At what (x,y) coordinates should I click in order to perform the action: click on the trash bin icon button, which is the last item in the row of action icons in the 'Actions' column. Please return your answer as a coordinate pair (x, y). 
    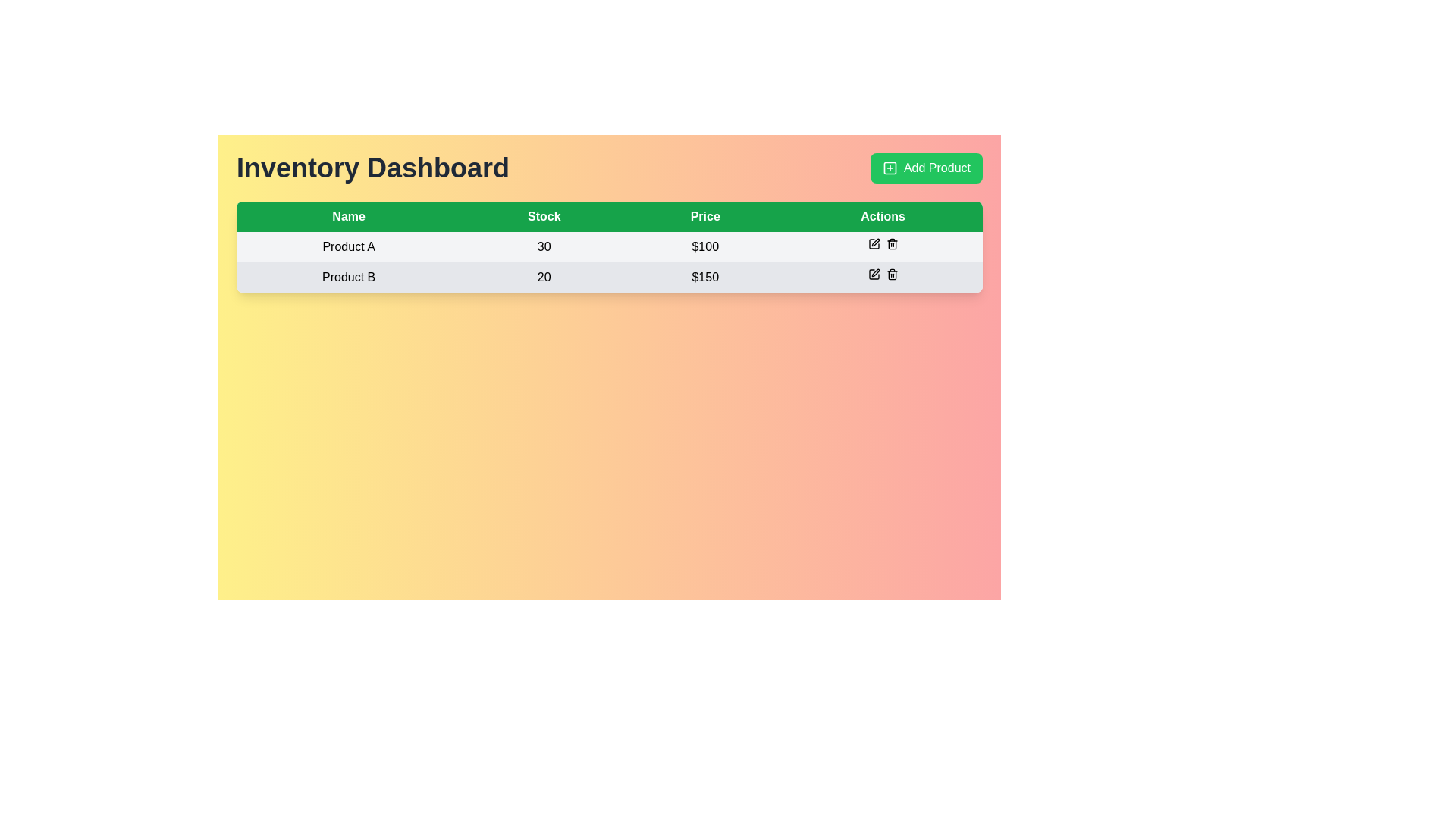
    Looking at the image, I should click on (892, 243).